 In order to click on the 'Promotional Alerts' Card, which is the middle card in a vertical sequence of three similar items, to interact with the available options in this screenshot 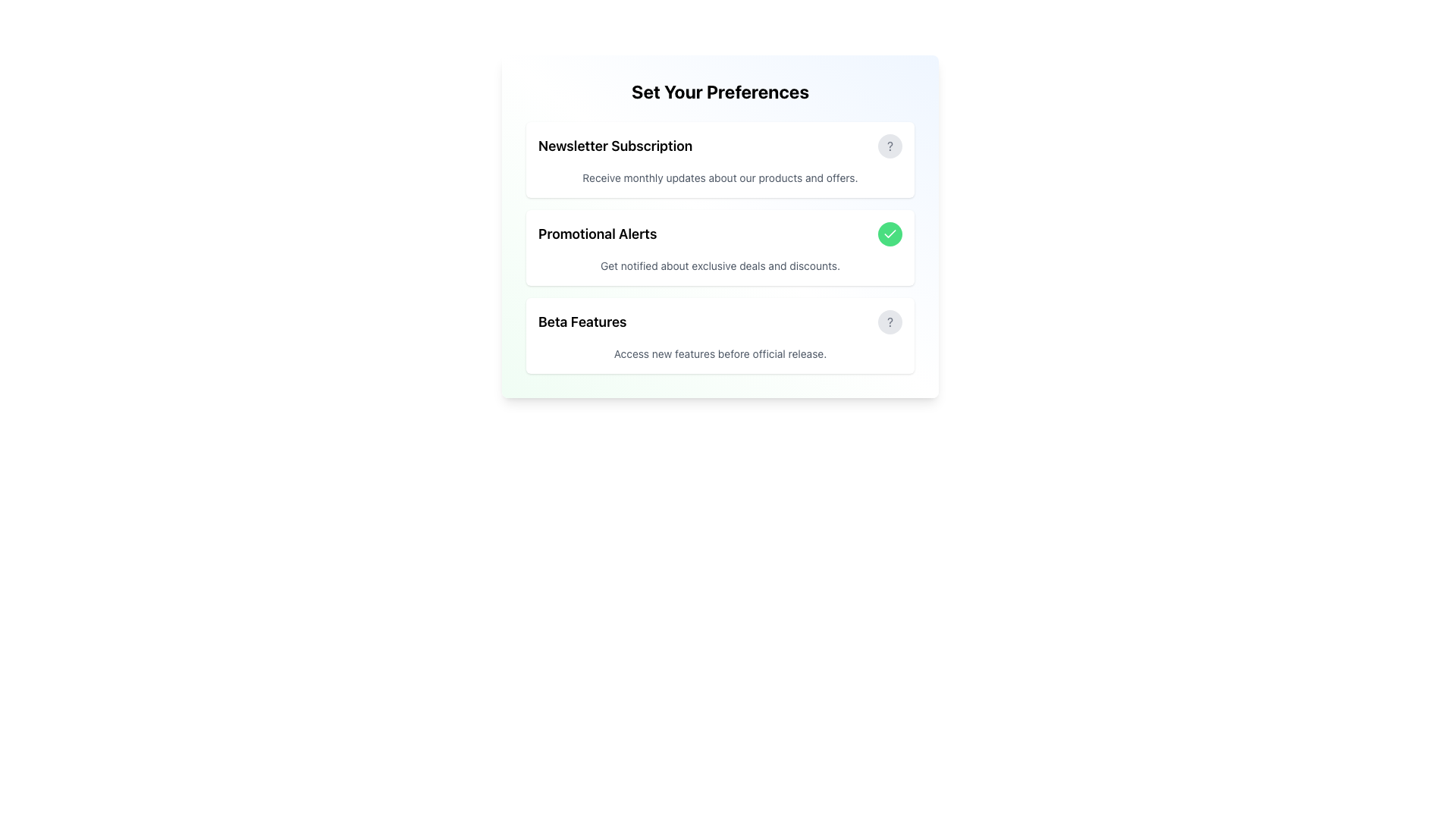, I will do `click(720, 227)`.